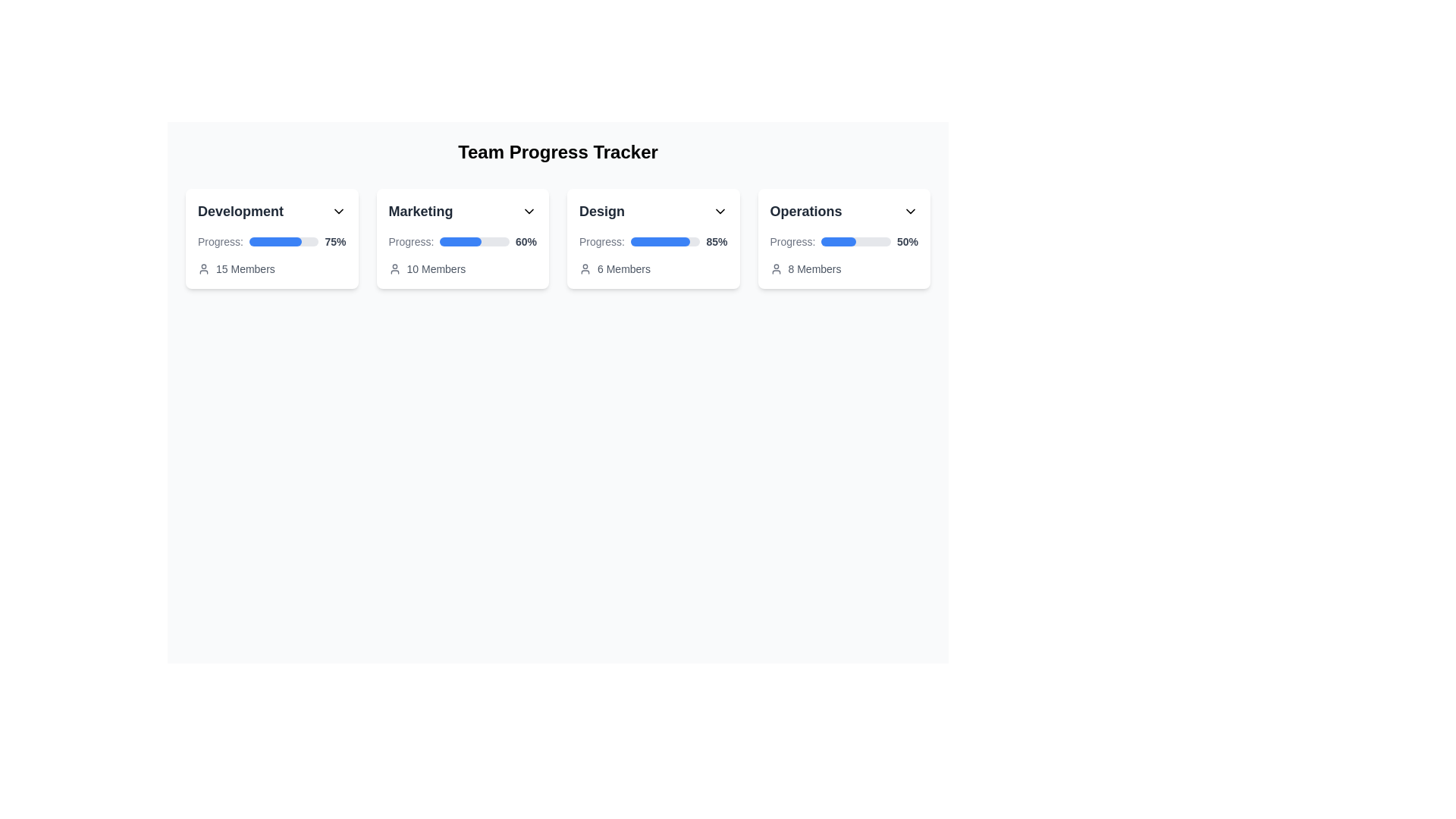 This screenshot has height=819, width=1456. I want to click on the visual representation of the progress bar located in the 'Development' section of the 'Team Progress Tracker' interface, positioned below the 'Progress:' label and to the left of the '75%' completion text, so click(284, 241).